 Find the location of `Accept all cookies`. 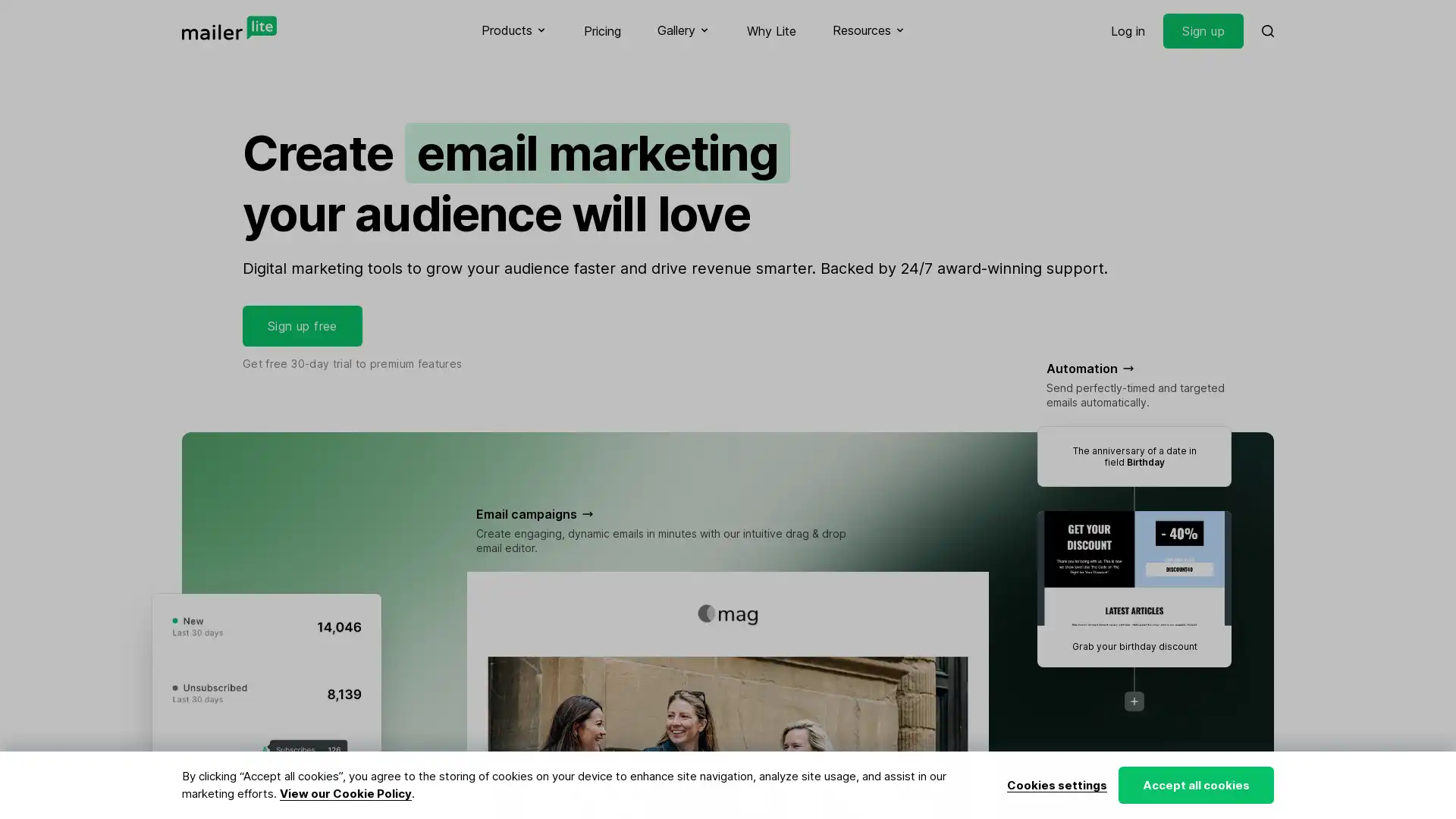

Accept all cookies is located at coordinates (1195, 785).